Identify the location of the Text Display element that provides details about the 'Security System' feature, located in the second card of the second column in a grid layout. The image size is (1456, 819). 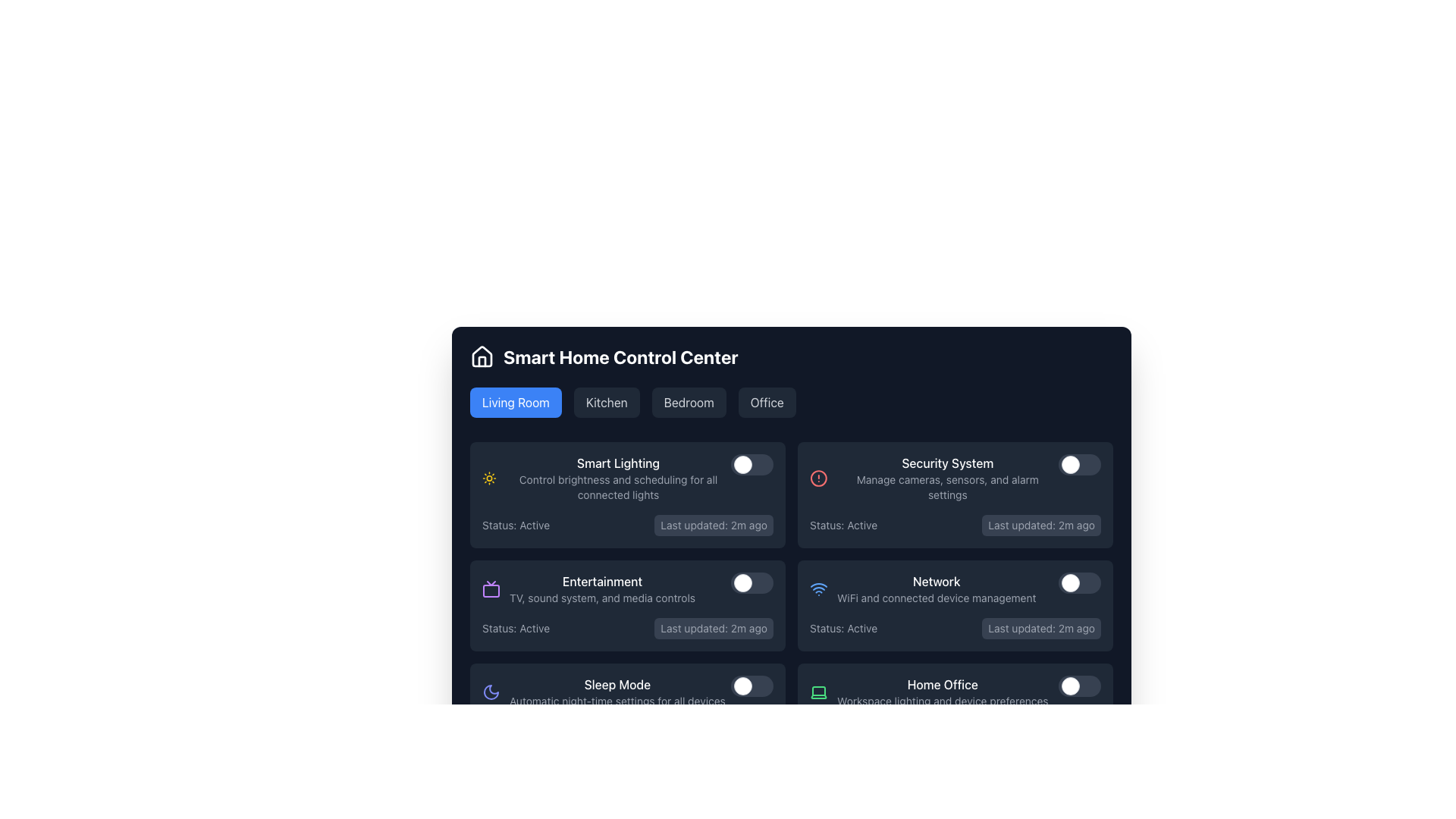
(946, 479).